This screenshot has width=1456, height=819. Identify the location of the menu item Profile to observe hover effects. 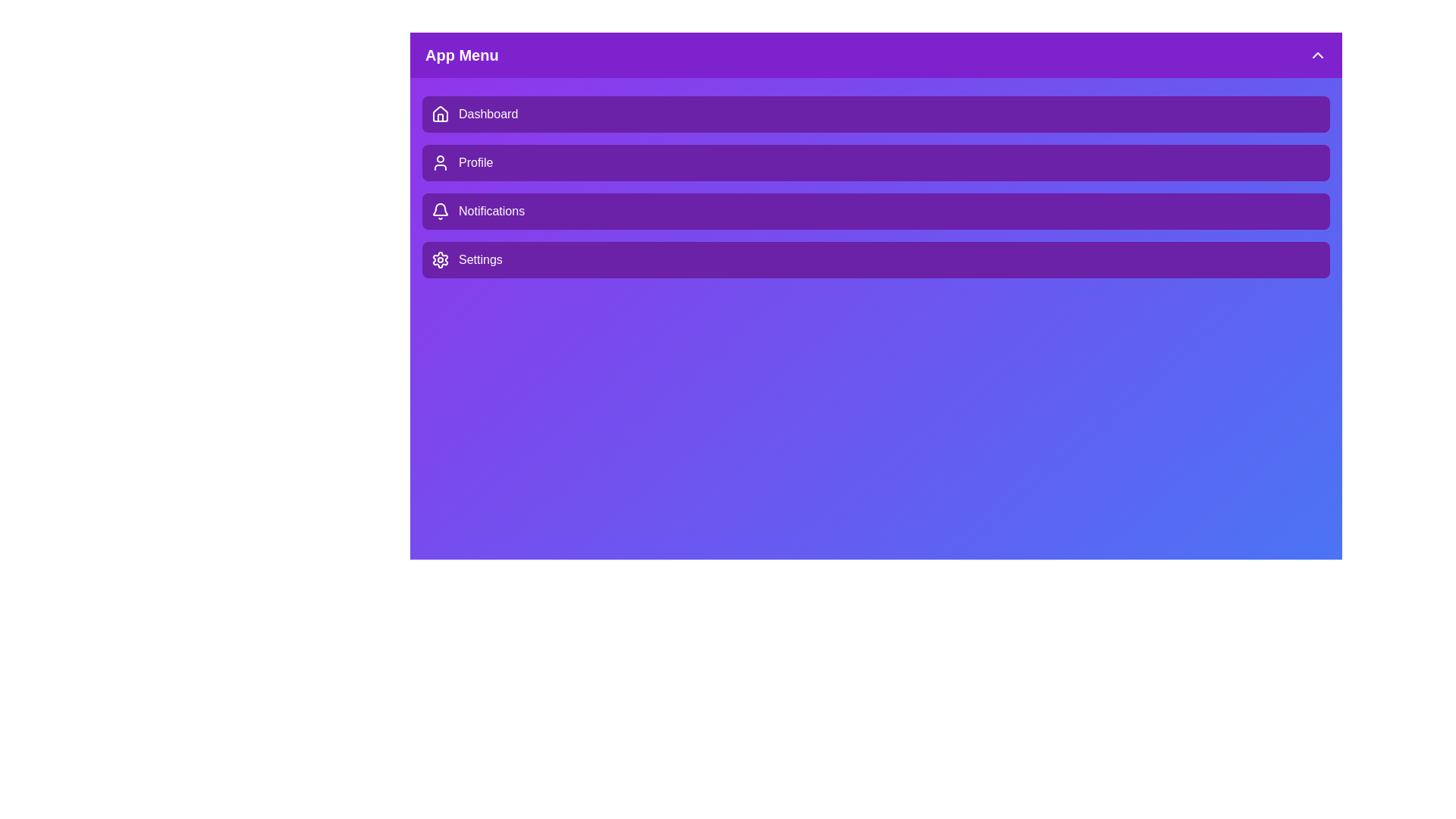
(876, 163).